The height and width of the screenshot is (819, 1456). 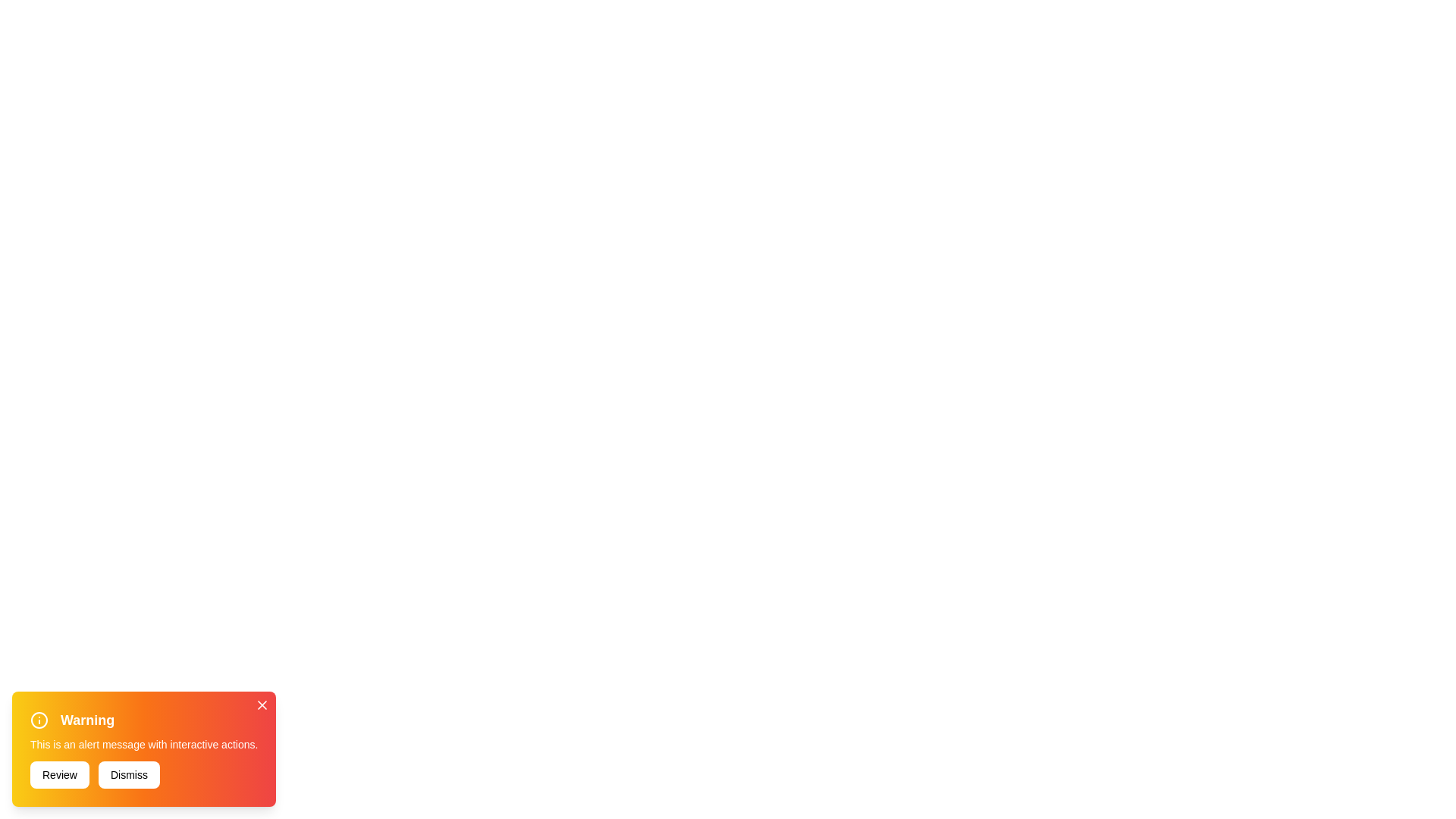 I want to click on the interactive element Close Icon of the notification banner, so click(x=262, y=704).